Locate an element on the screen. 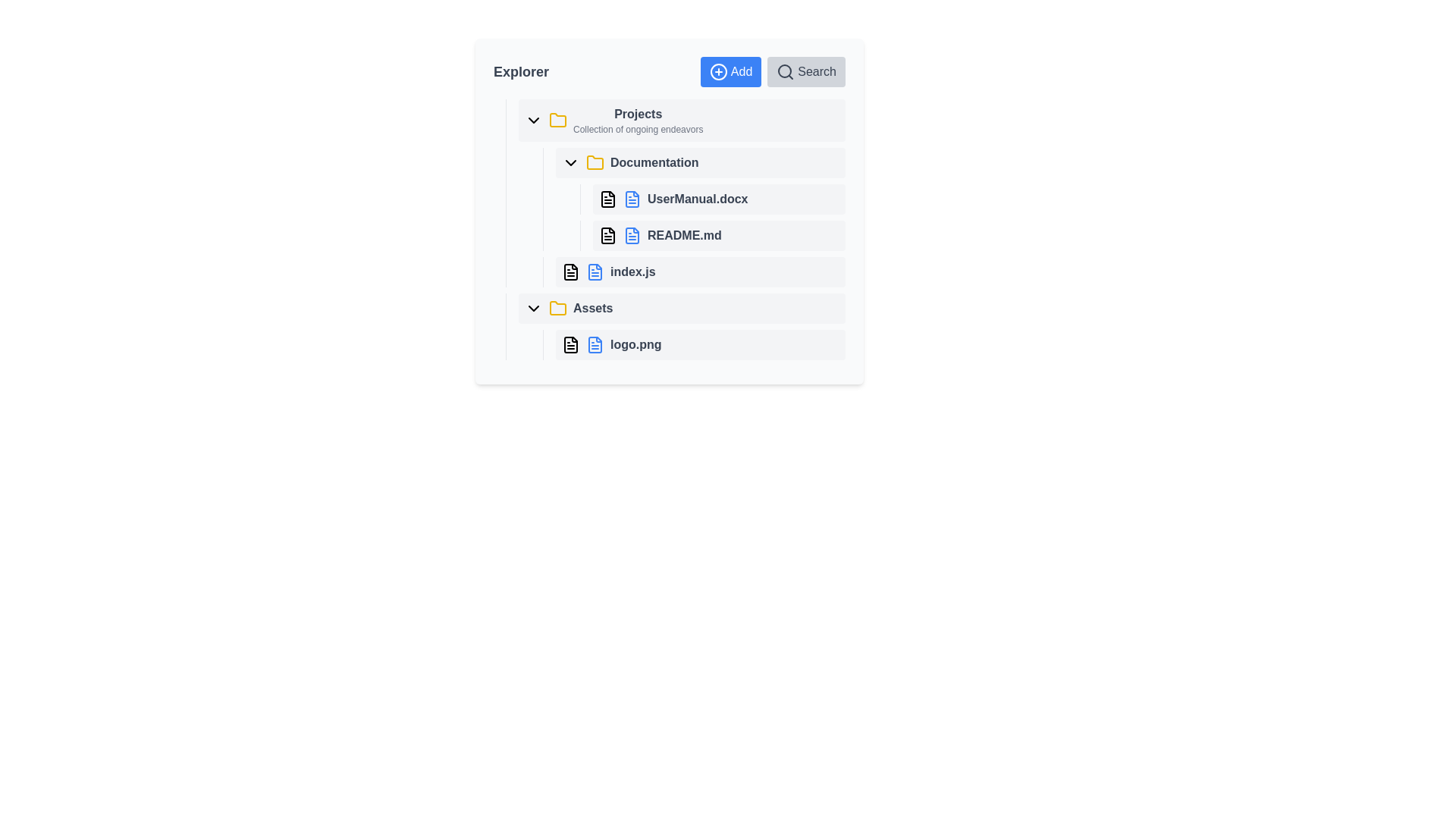 This screenshot has width=1456, height=819. the search icon located inside the 'Search' button in the top-right corner of the interface is located at coordinates (786, 72).